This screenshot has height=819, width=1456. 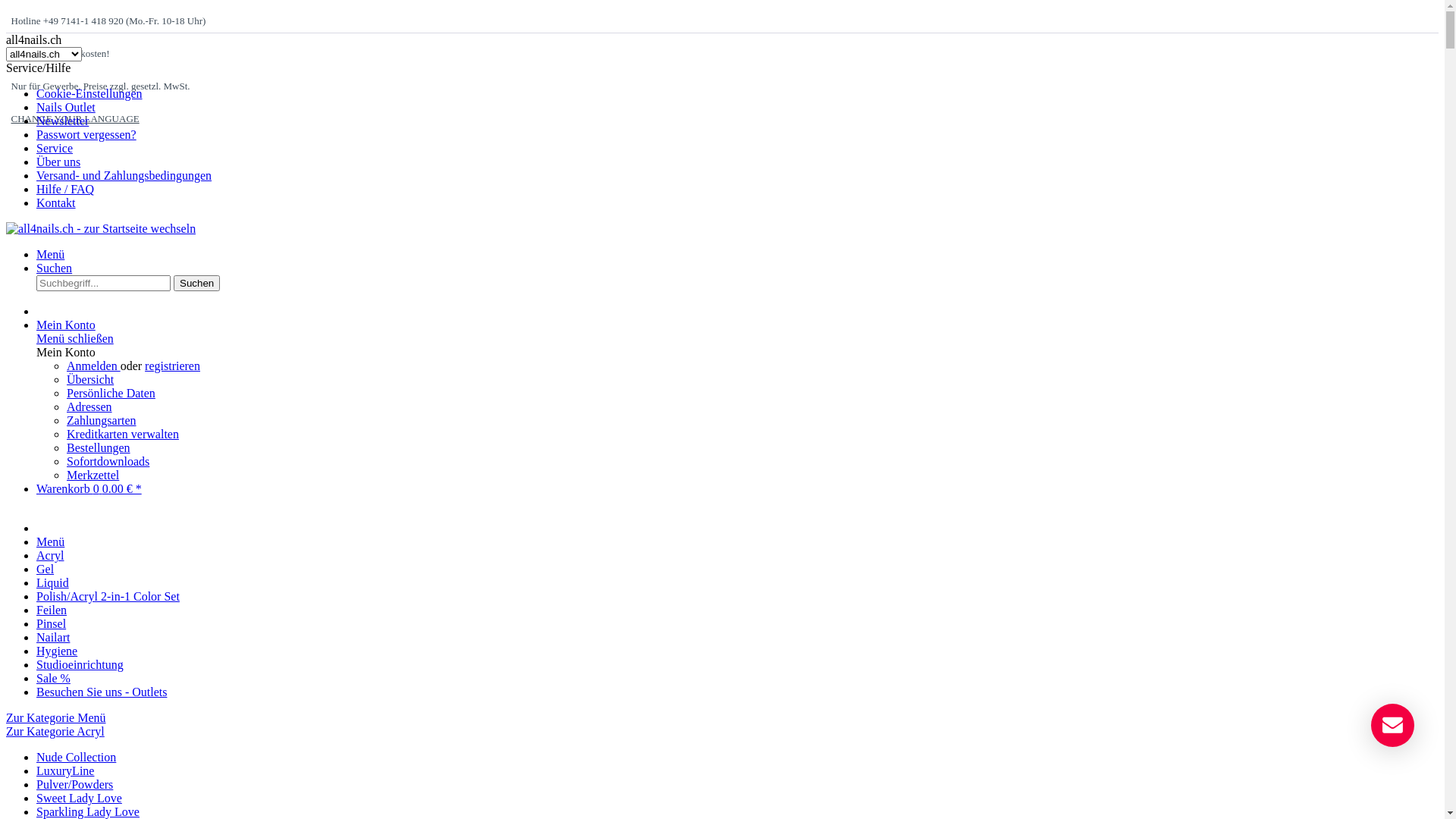 What do you see at coordinates (65, 434) in the screenshot?
I see `'Kreditkarten verwalten'` at bounding box center [65, 434].